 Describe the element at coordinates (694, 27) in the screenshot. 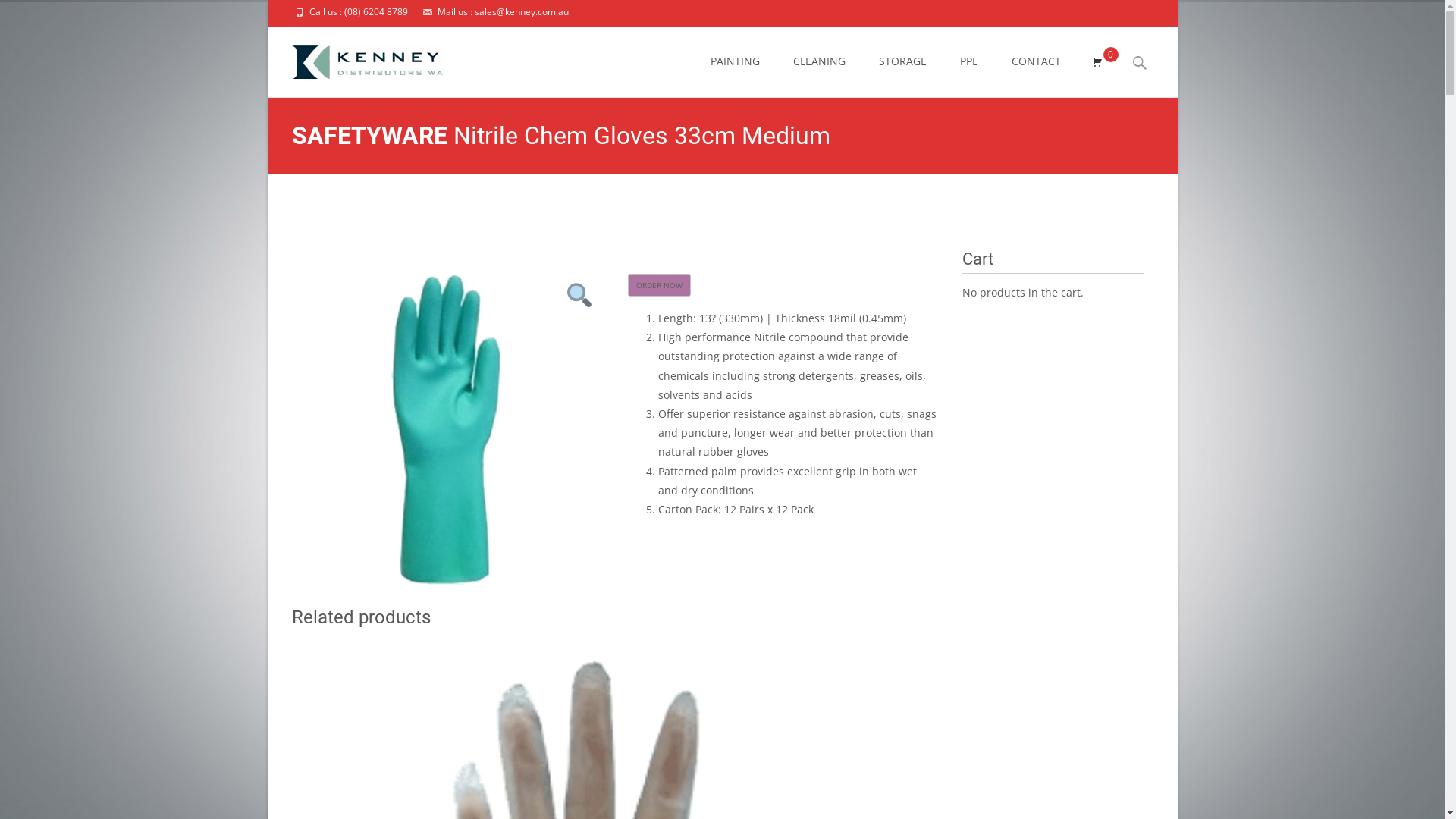

I see `'Skip to content'` at that location.